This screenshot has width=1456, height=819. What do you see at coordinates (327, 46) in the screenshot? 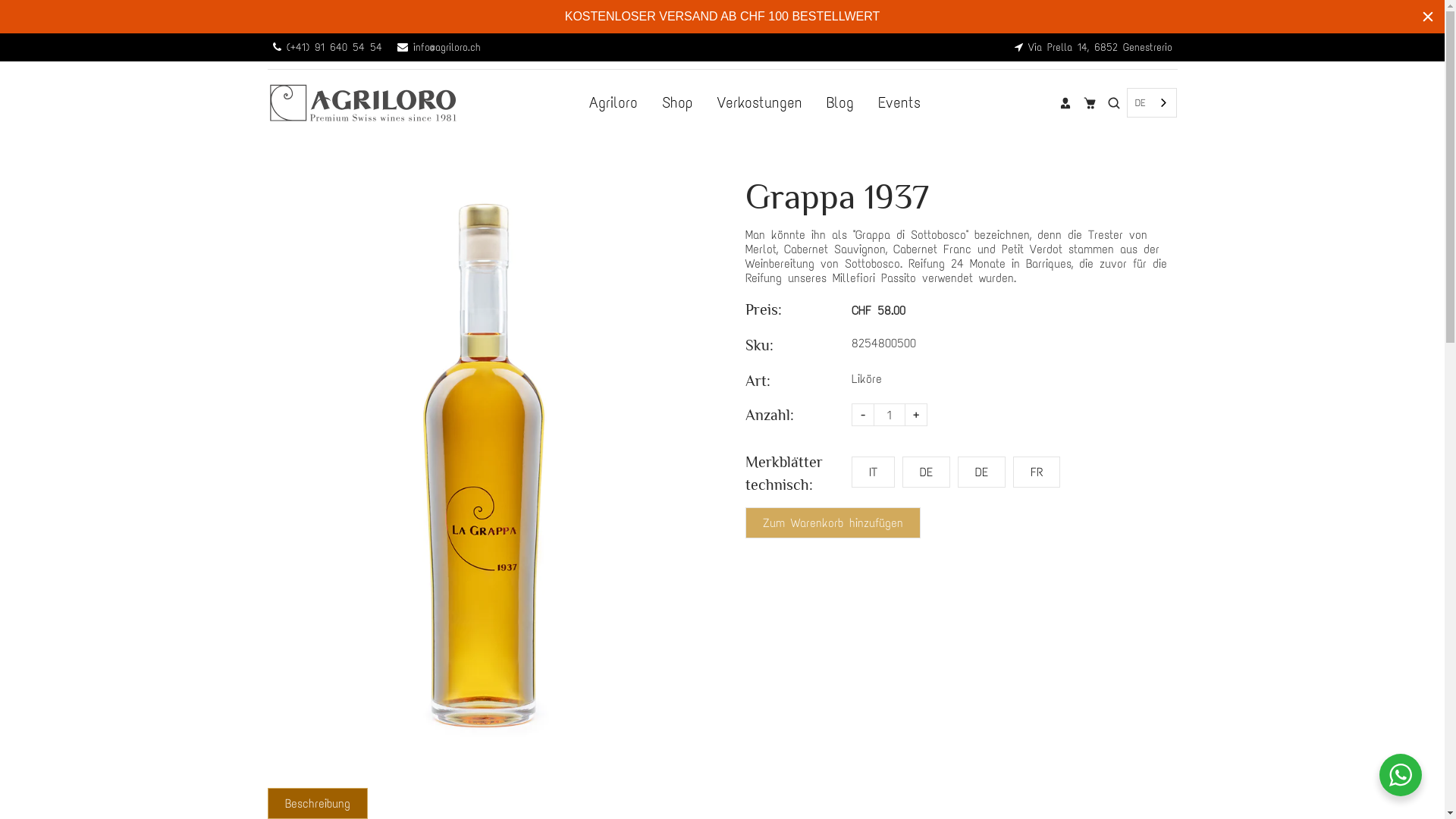
I see `'(+41) 91 640 54 54'` at bounding box center [327, 46].